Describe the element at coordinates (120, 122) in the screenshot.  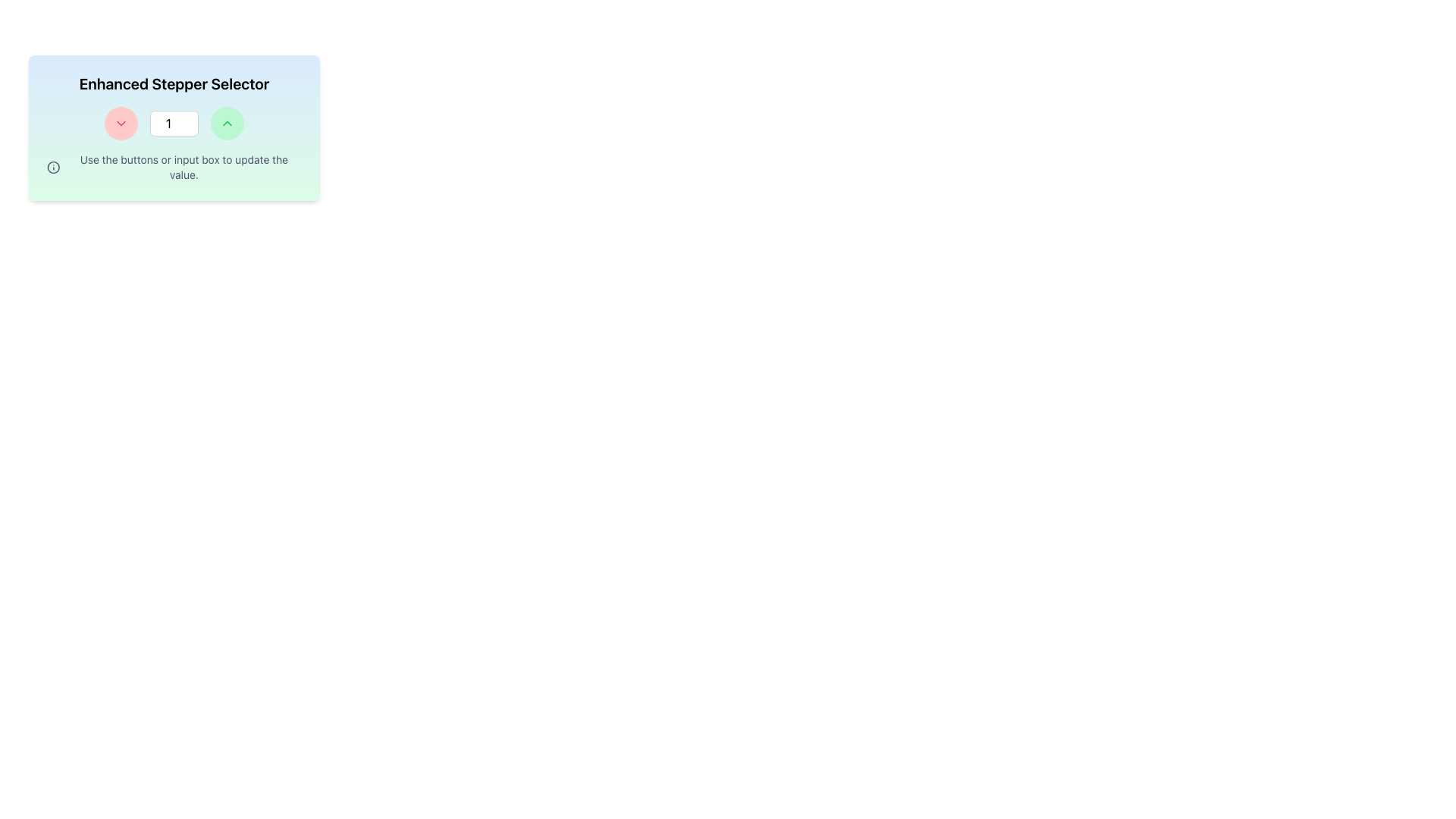
I see `the icon within the button that decreases the current value in the stepper selector, located at the center of the leftmost control` at that location.